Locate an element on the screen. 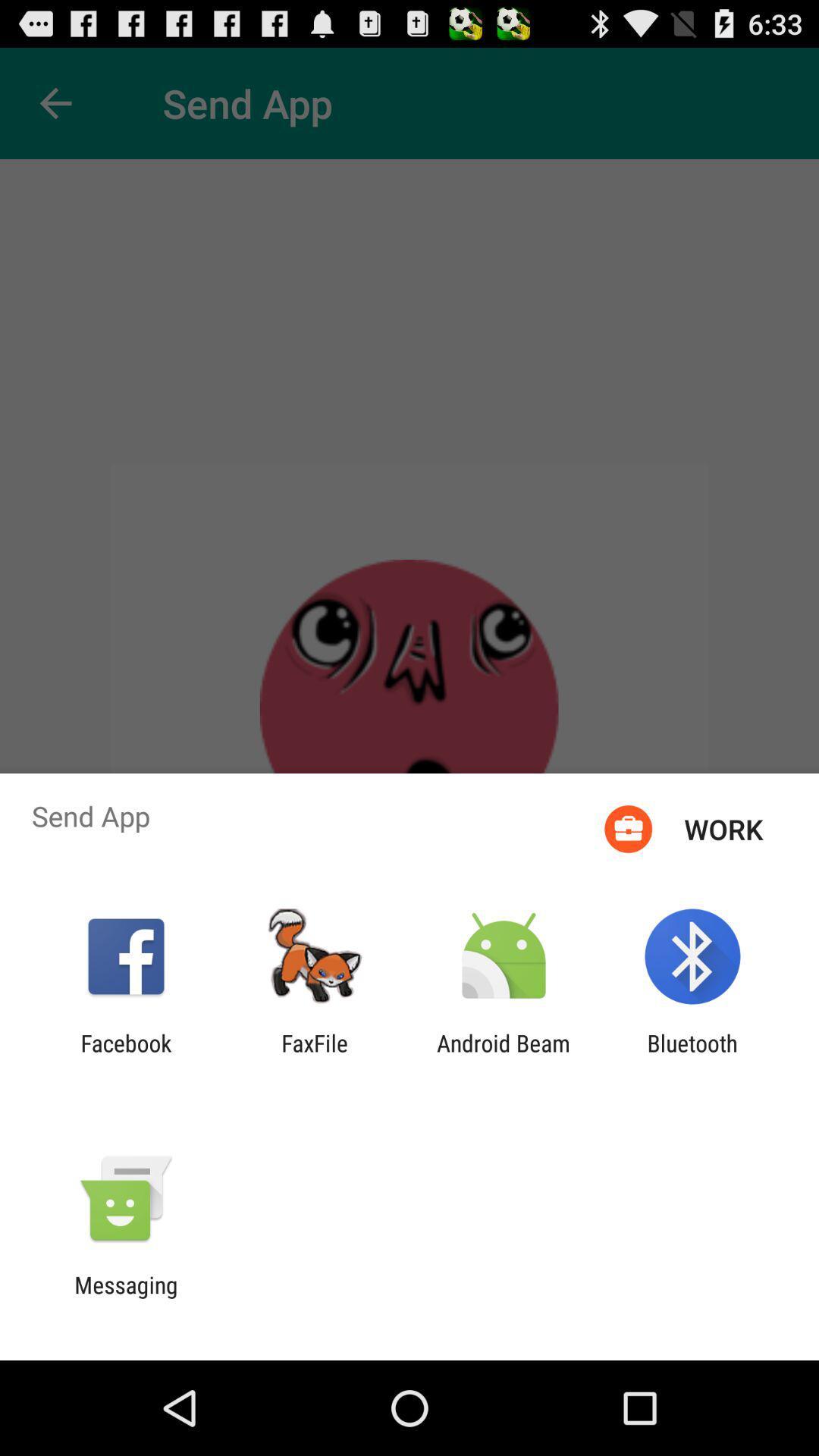 The image size is (819, 1456). the facebook is located at coordinates (125, 1056).